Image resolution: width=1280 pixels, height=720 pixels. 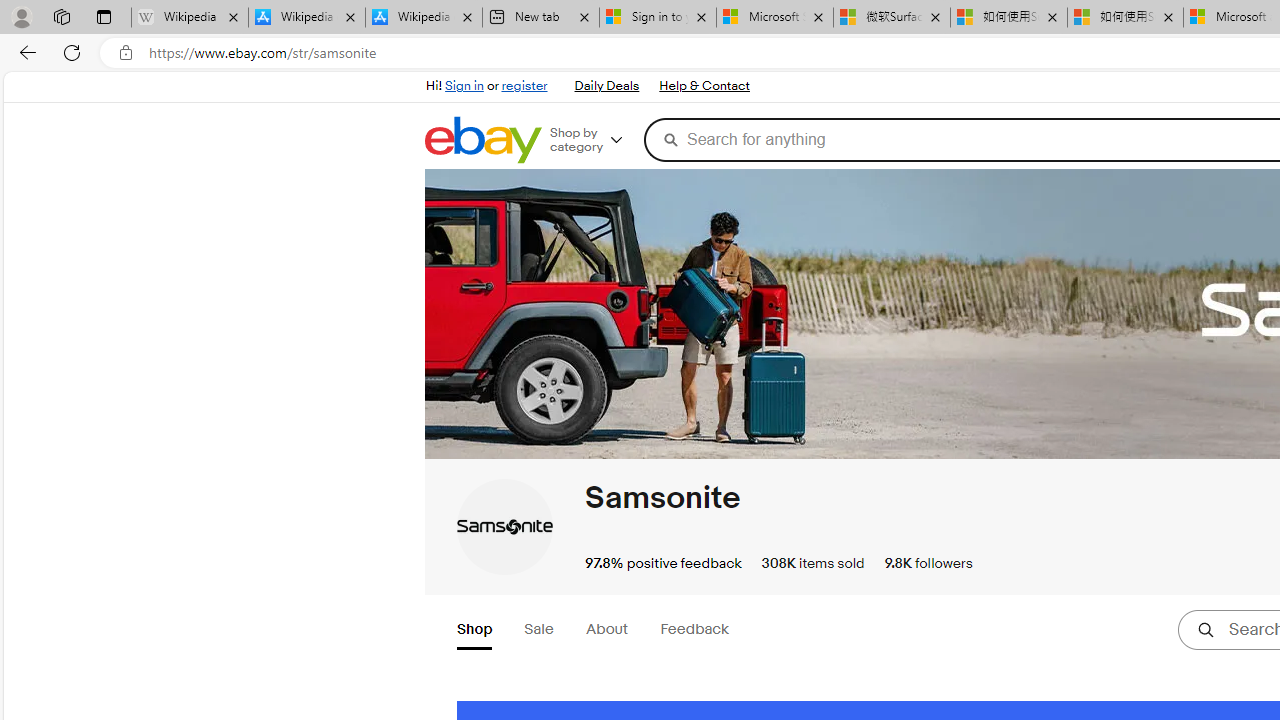 I want to click on 'Help & Contact', so click(x=704, y=86).